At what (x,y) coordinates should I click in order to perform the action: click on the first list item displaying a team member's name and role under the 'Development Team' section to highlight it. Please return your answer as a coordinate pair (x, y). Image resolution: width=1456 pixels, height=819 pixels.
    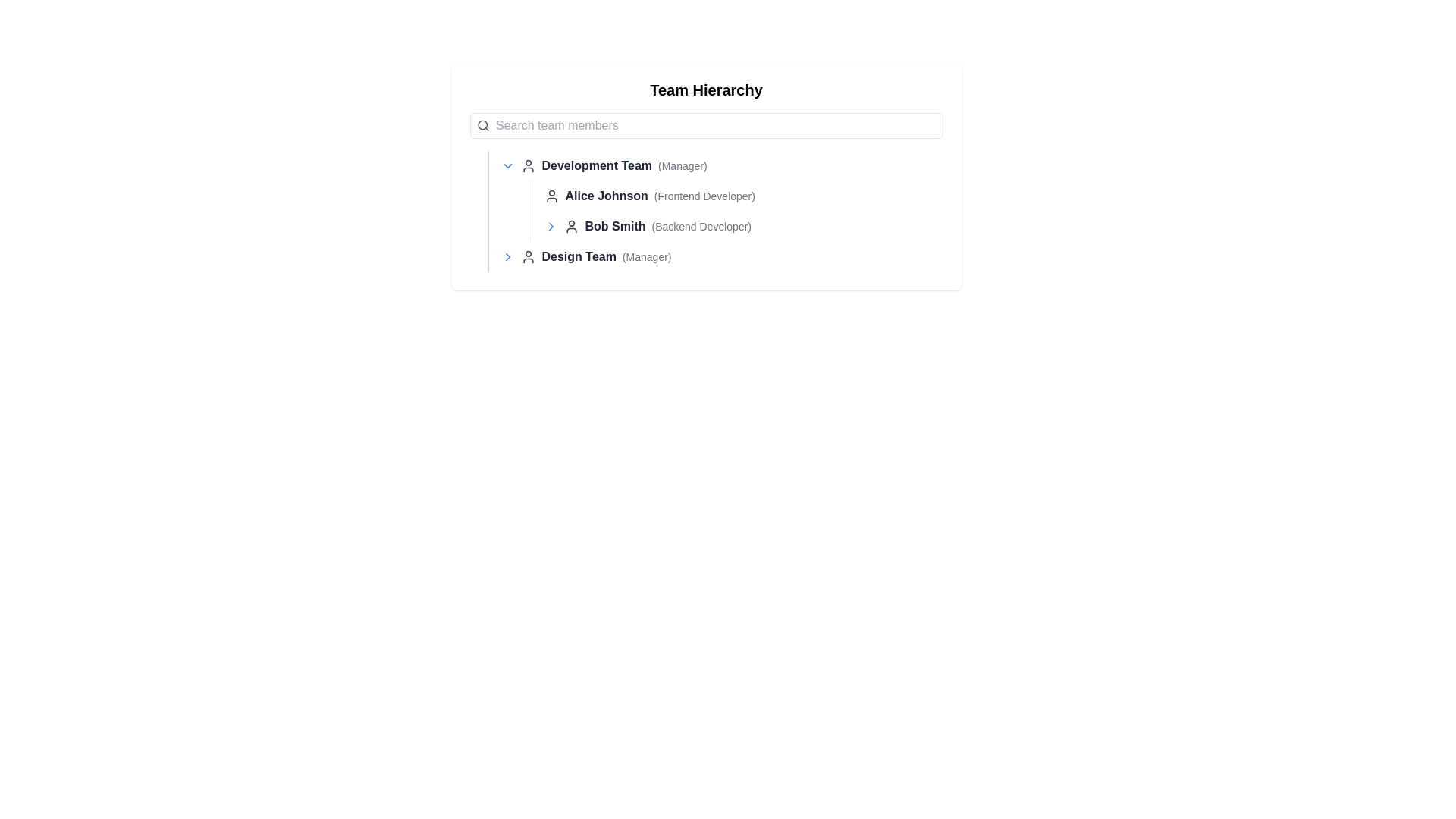
    Looking at the image, I should click on (737, 195).